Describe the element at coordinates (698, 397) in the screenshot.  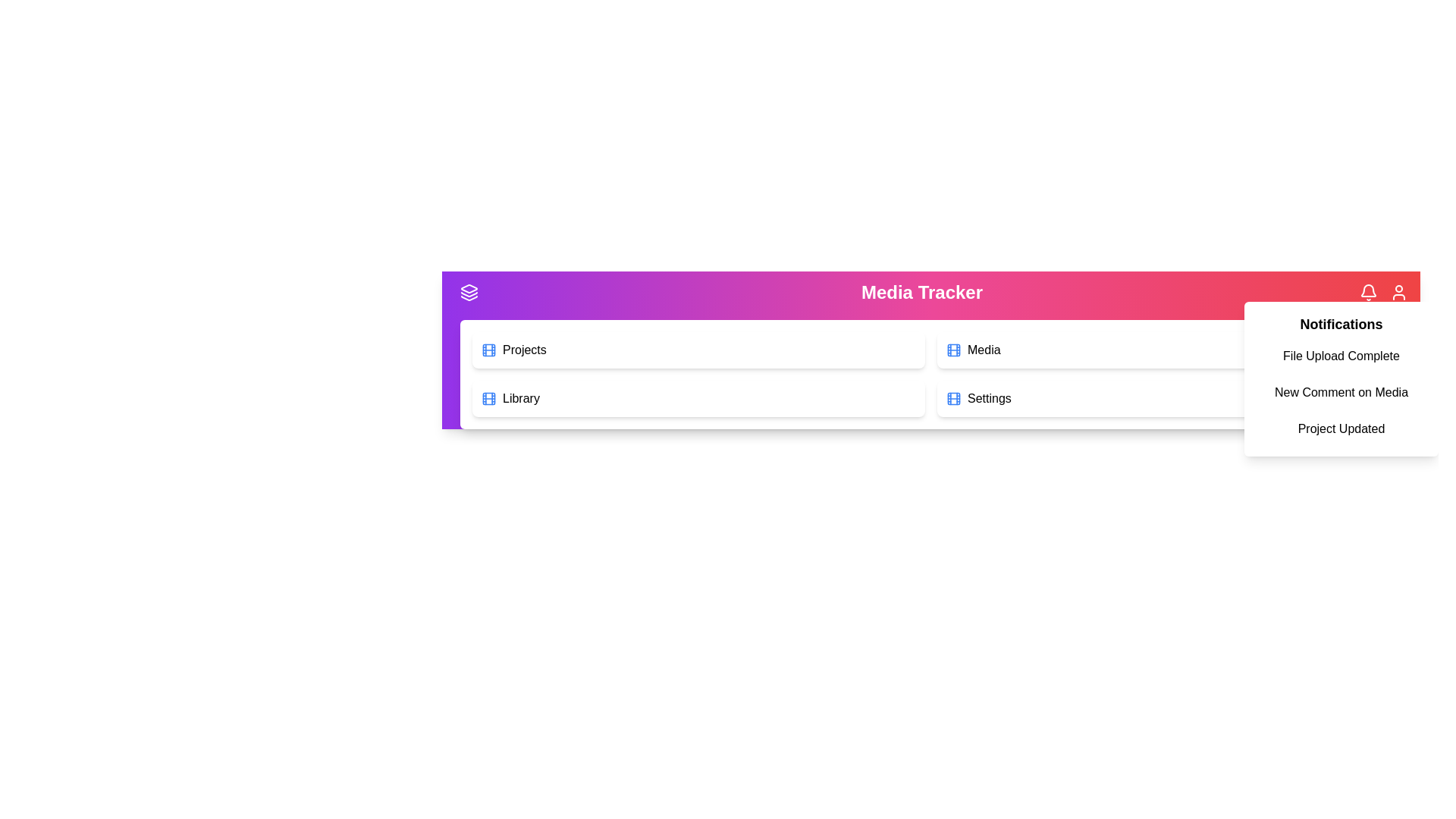
I see `the navigation menu item Library` at that location.